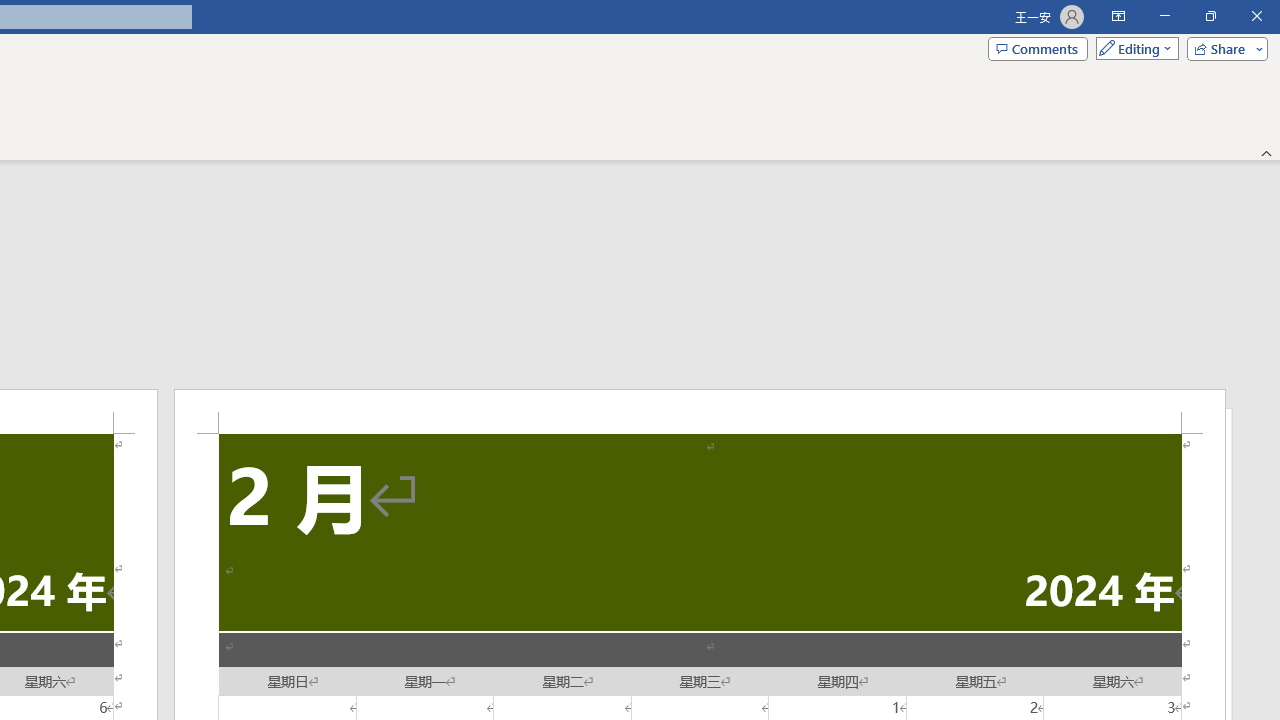  I want to click on 'Ribbon Display Options', so click(1117, 16).